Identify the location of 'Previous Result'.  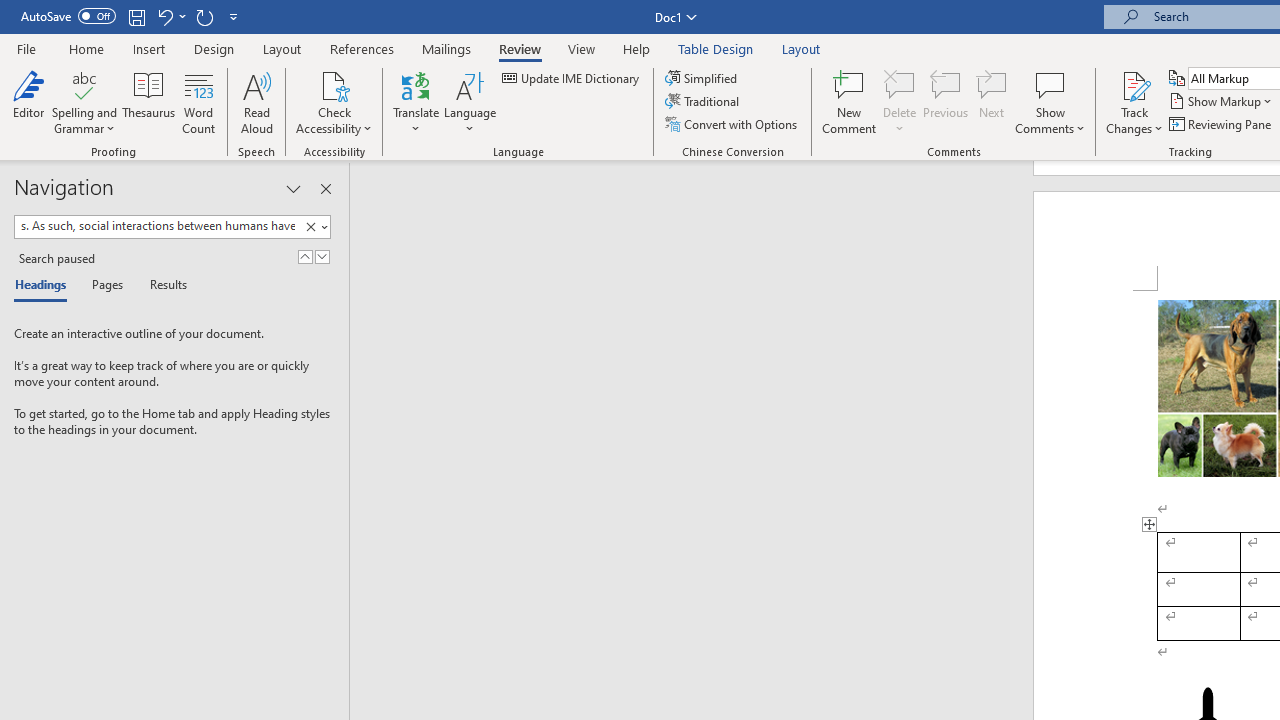
(304, 256).